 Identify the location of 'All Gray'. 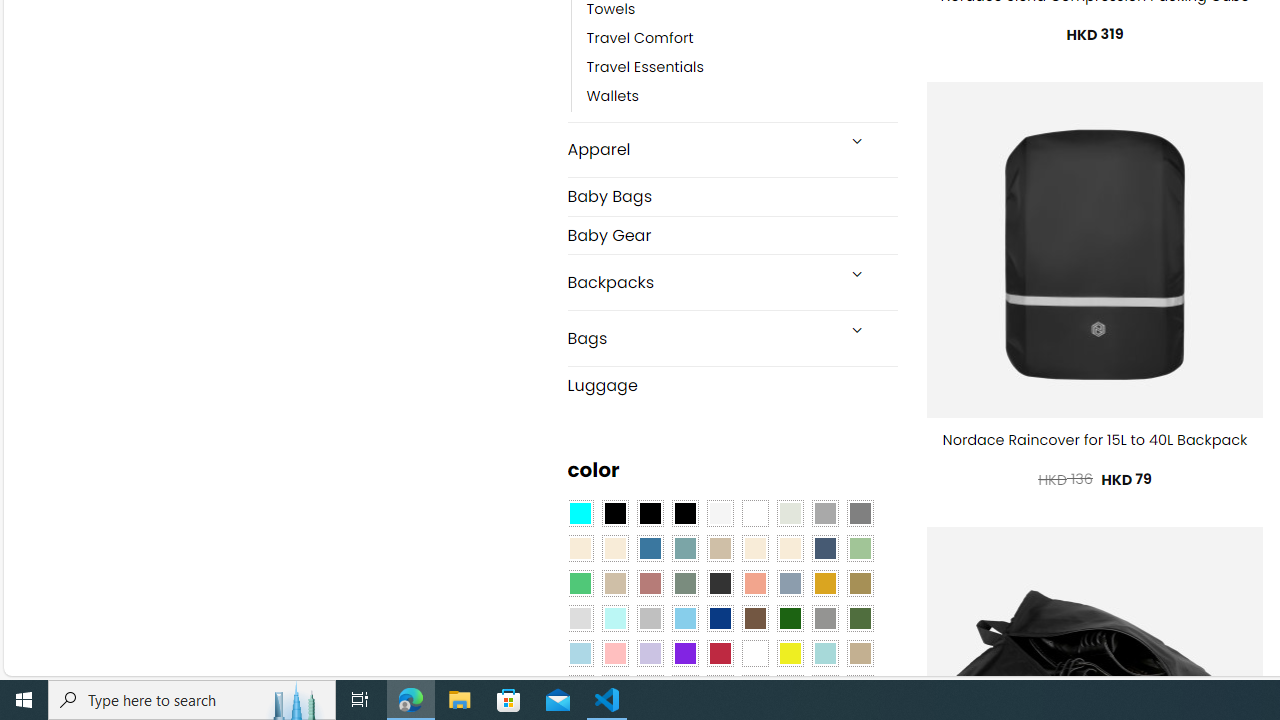
(860, 513).